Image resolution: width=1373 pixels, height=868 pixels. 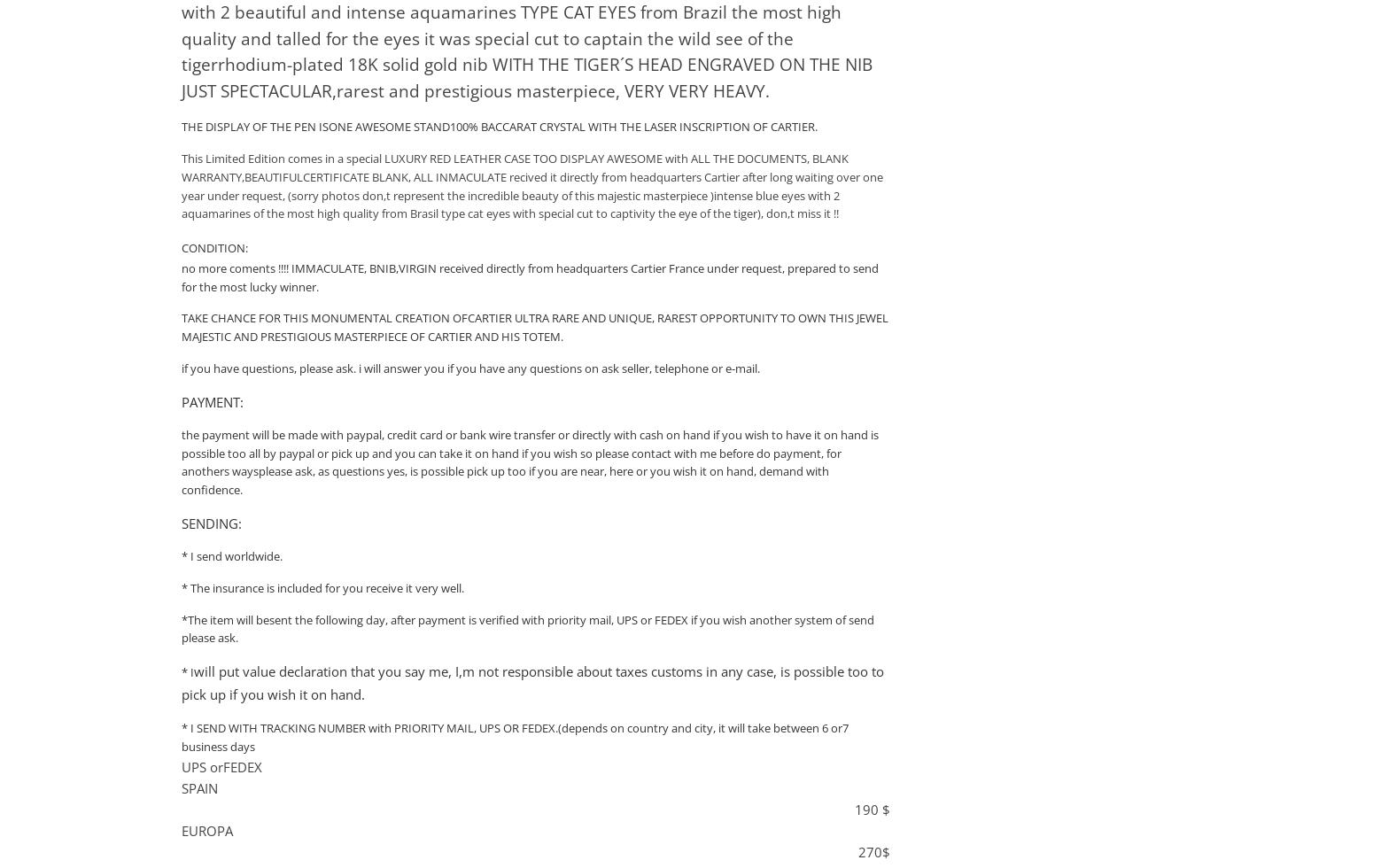 What do you see at coordinates (181, 766) in the screenshot?
I see `'UPS orFEDEX'` at bounding box center [181, 766].